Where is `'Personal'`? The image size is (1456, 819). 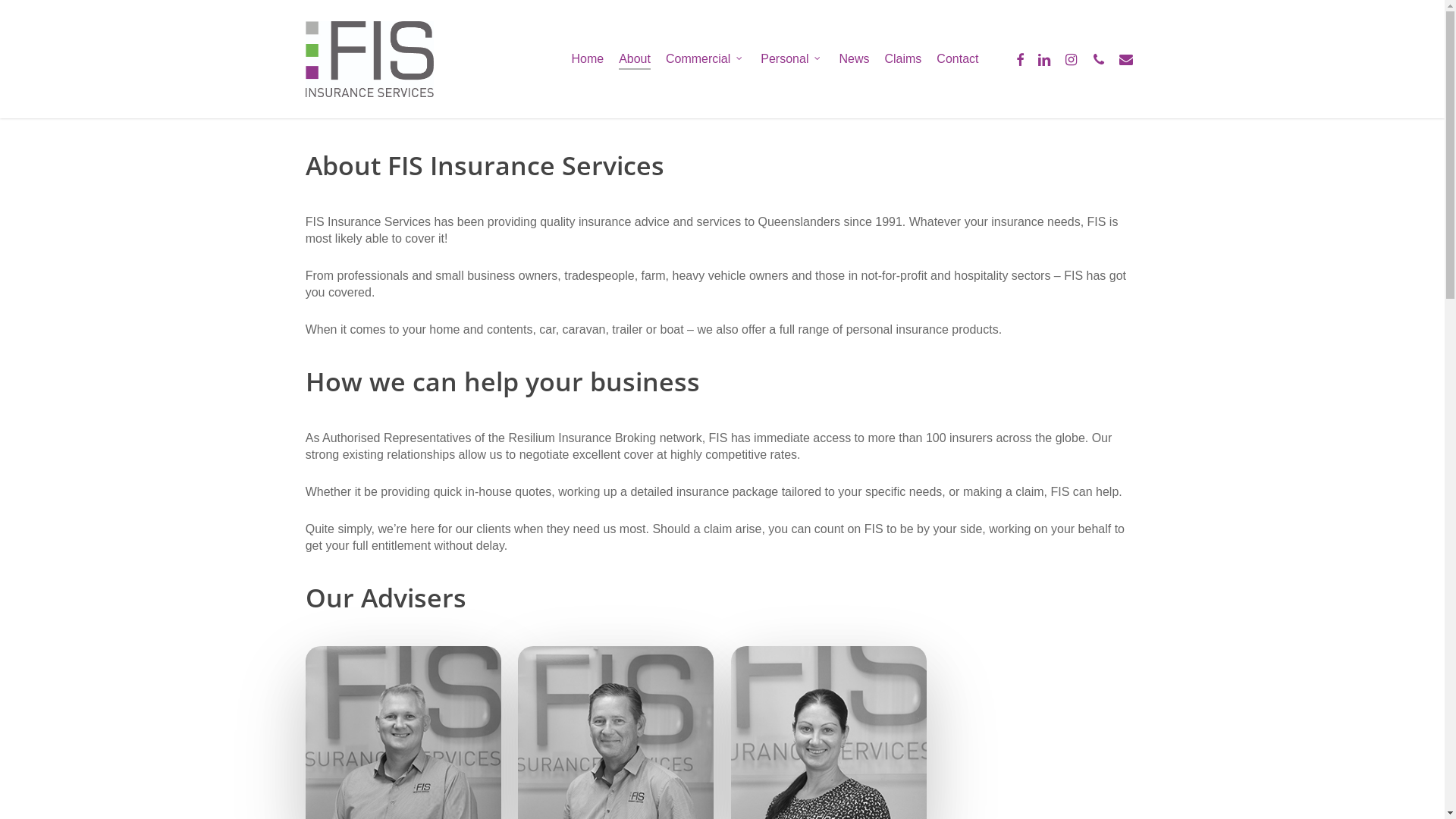 'Personal' is located at coordinates (791, 58).